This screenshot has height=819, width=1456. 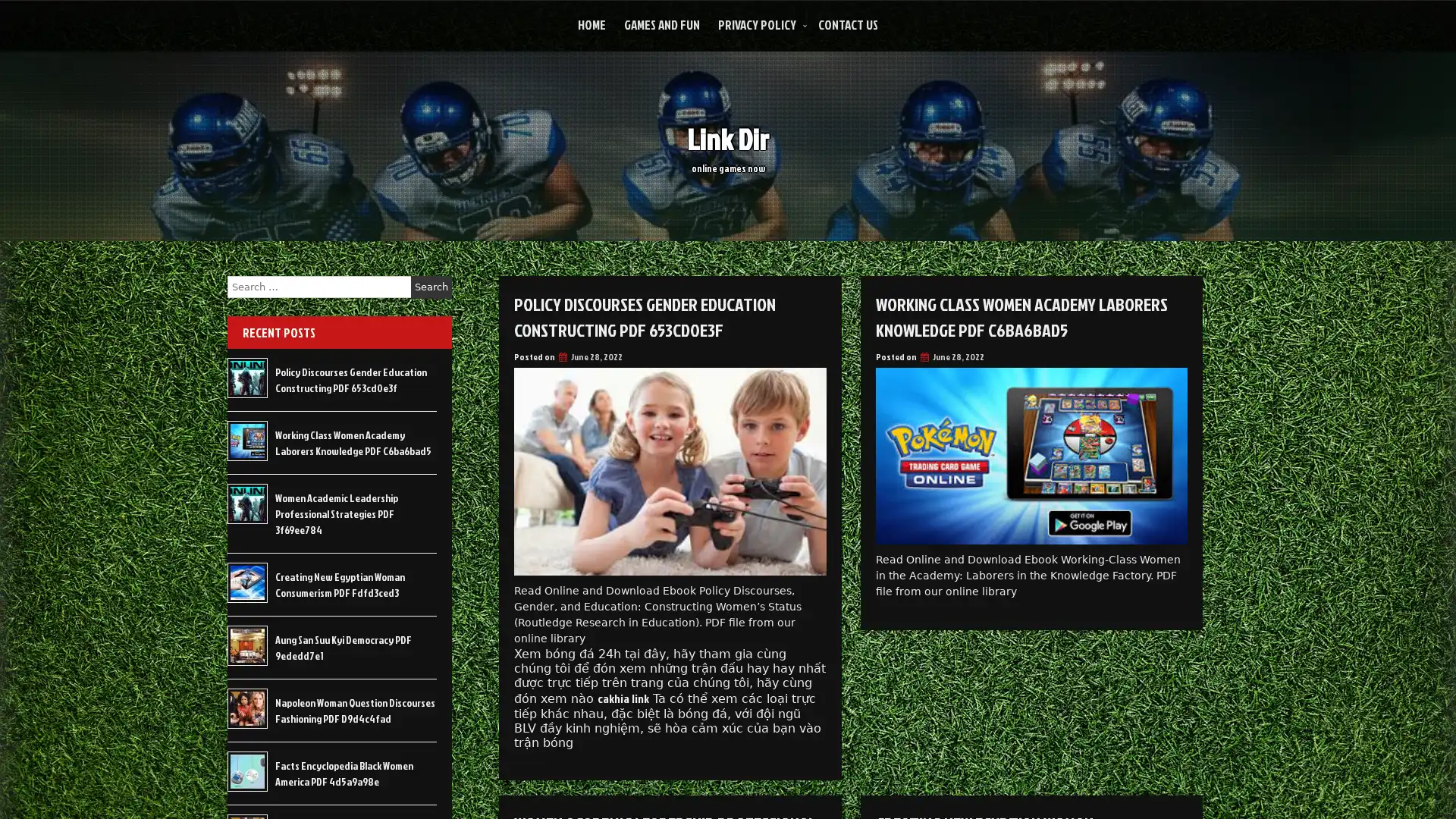 I want to click on Search, so click(x=431, y=287).